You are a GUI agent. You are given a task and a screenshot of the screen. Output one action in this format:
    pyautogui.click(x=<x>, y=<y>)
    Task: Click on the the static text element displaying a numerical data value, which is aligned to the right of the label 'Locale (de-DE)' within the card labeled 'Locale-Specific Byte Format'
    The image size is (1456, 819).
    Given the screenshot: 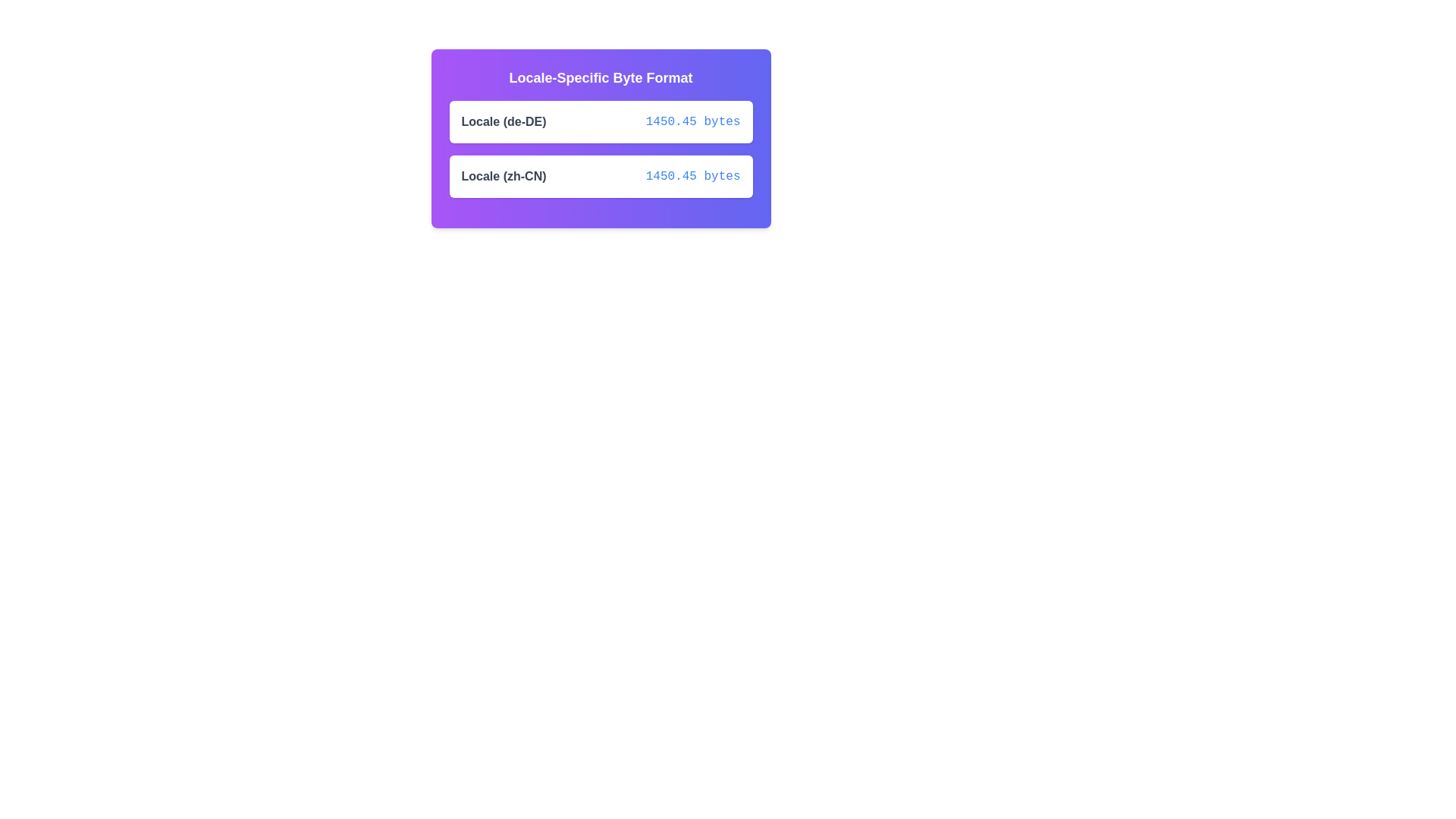 What is the action you would take?
    pyautogui.click(x=692, y=121)
    